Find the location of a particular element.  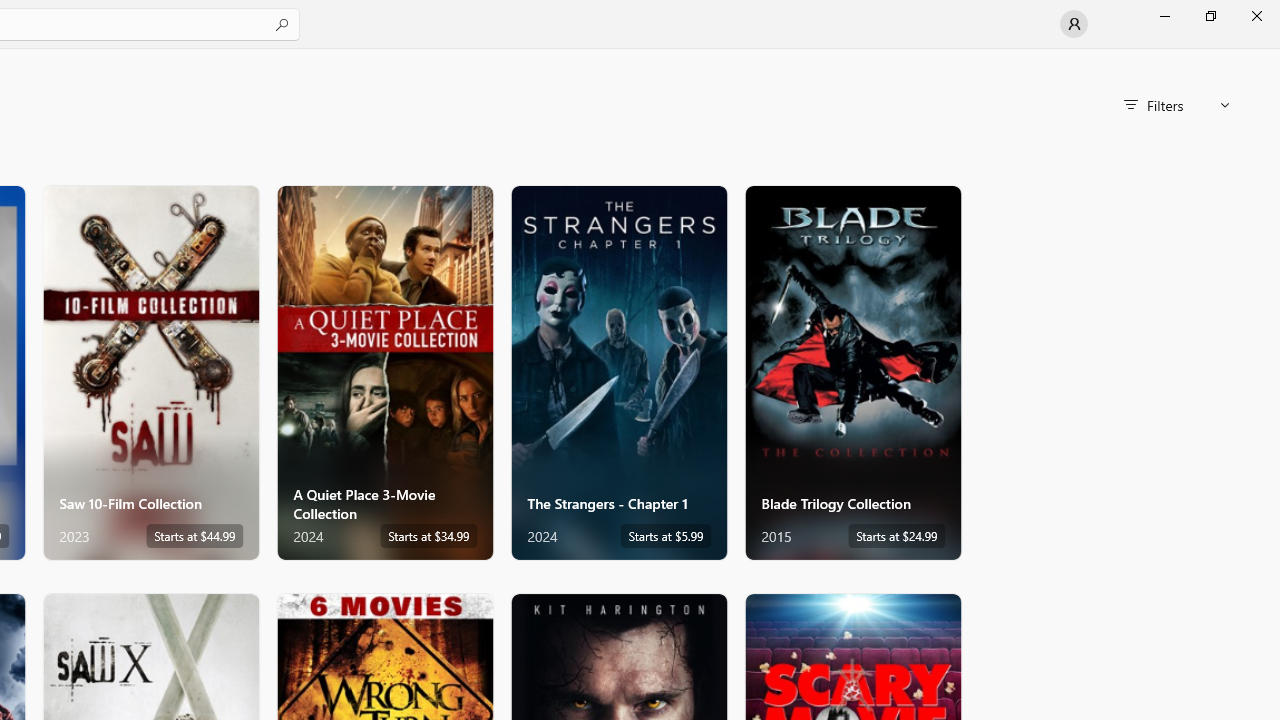

'Saw 10-Film Collection. Starts at $44.99  ' is located at coordinates (150, 372).